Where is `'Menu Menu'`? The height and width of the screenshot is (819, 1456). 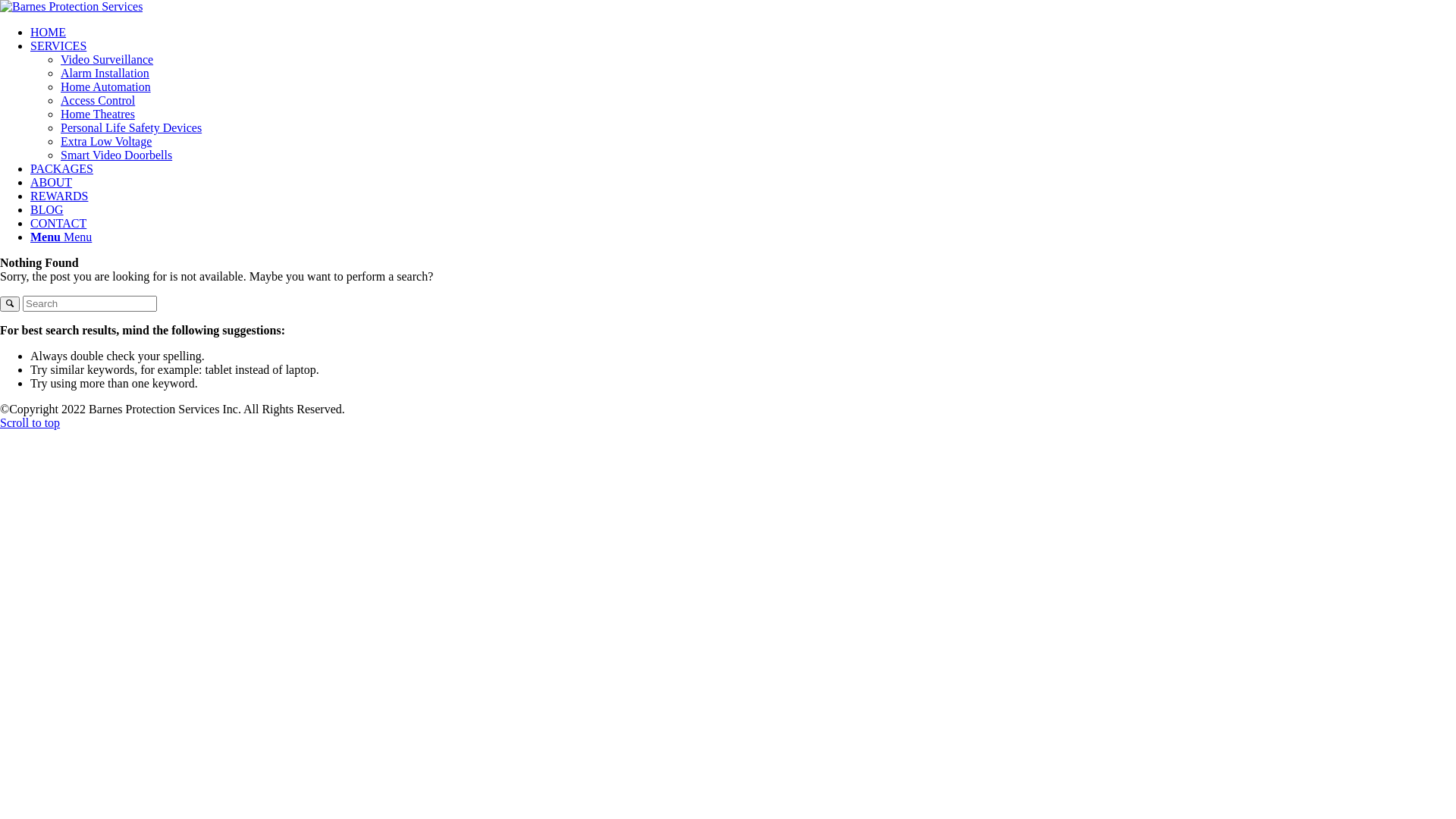 'Menu Menu' is located at coordinates (61, 237).